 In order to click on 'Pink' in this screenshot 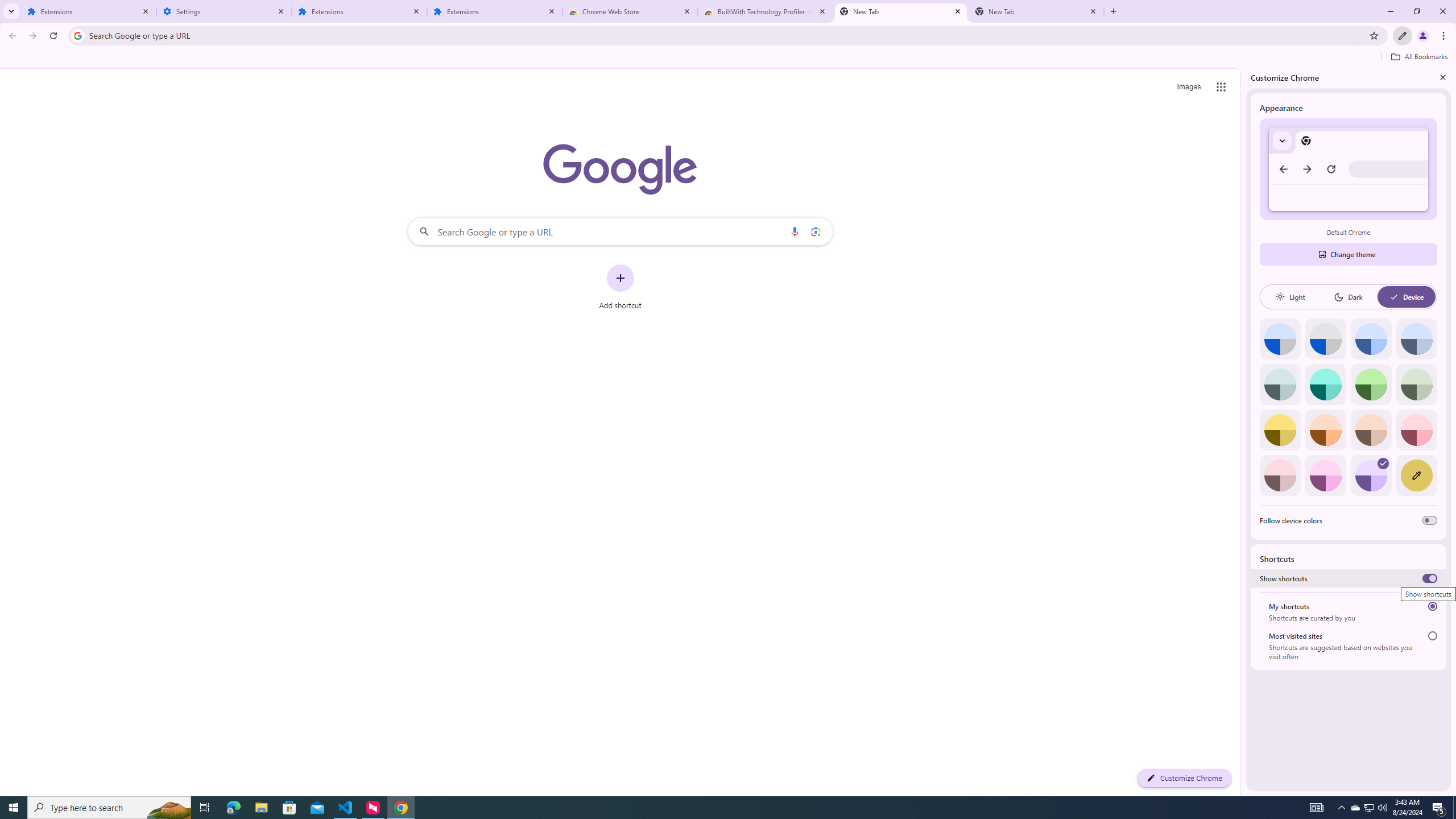, I will do `click(1280, 475)`.